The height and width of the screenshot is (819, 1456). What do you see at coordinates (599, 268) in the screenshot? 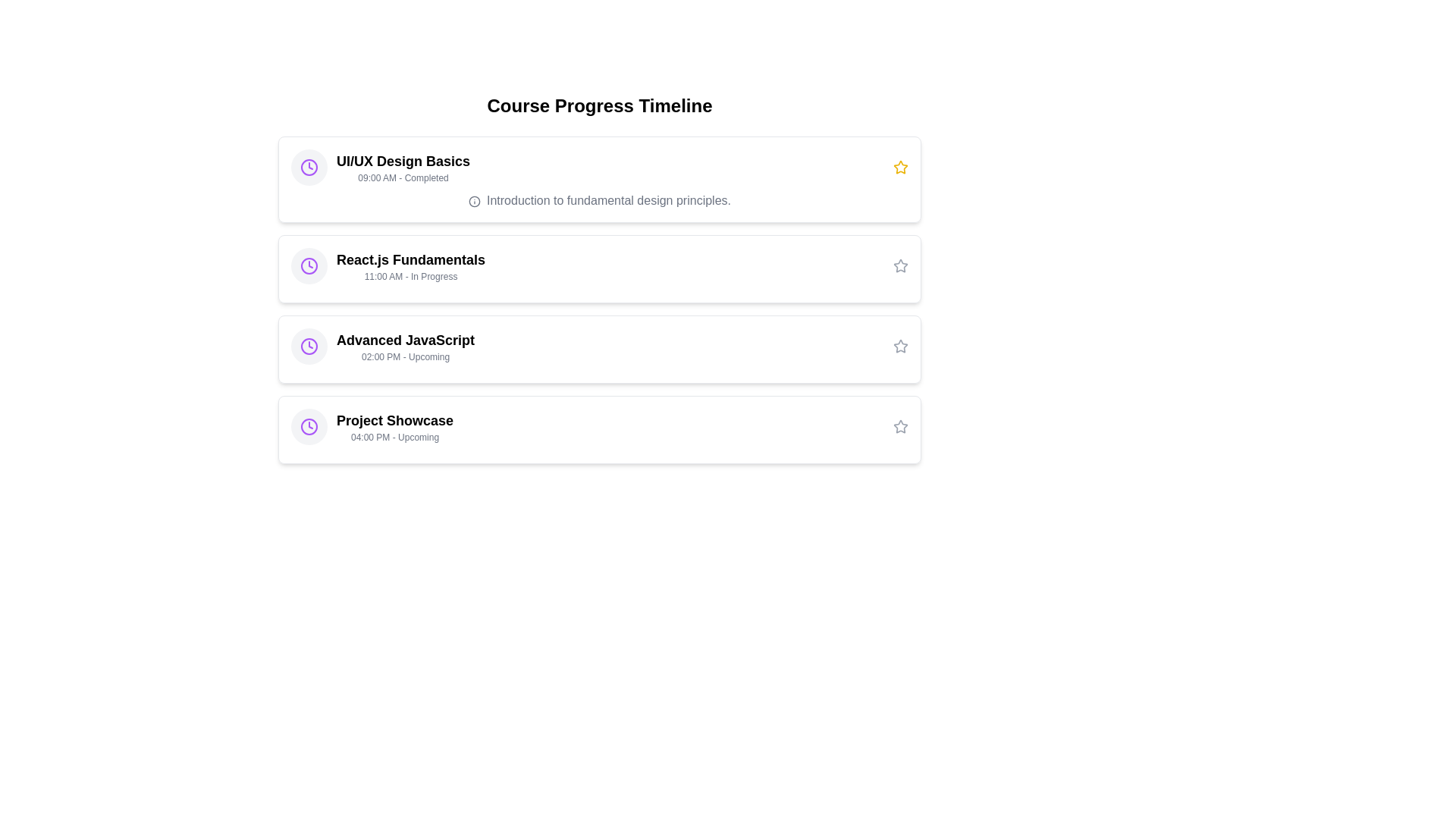
I see `the 'React.js Fundamentals' card, which is the second card in a vertically stacked list, featuring a white background, rounded corners, and displaying the title and description` at bounding box center [599, 268].